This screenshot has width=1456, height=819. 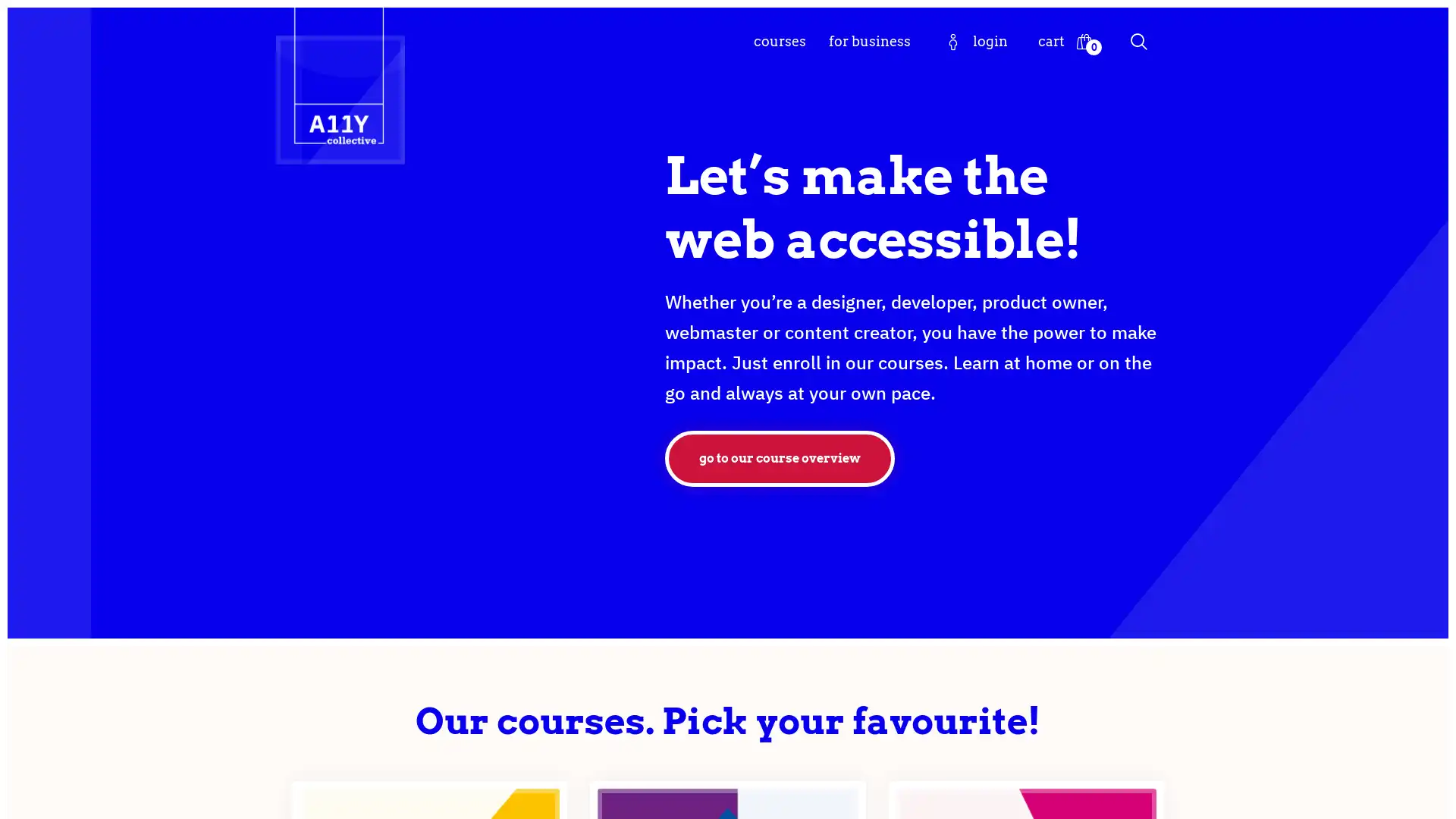 I want to click on Search, so click(x=1139, y=40).